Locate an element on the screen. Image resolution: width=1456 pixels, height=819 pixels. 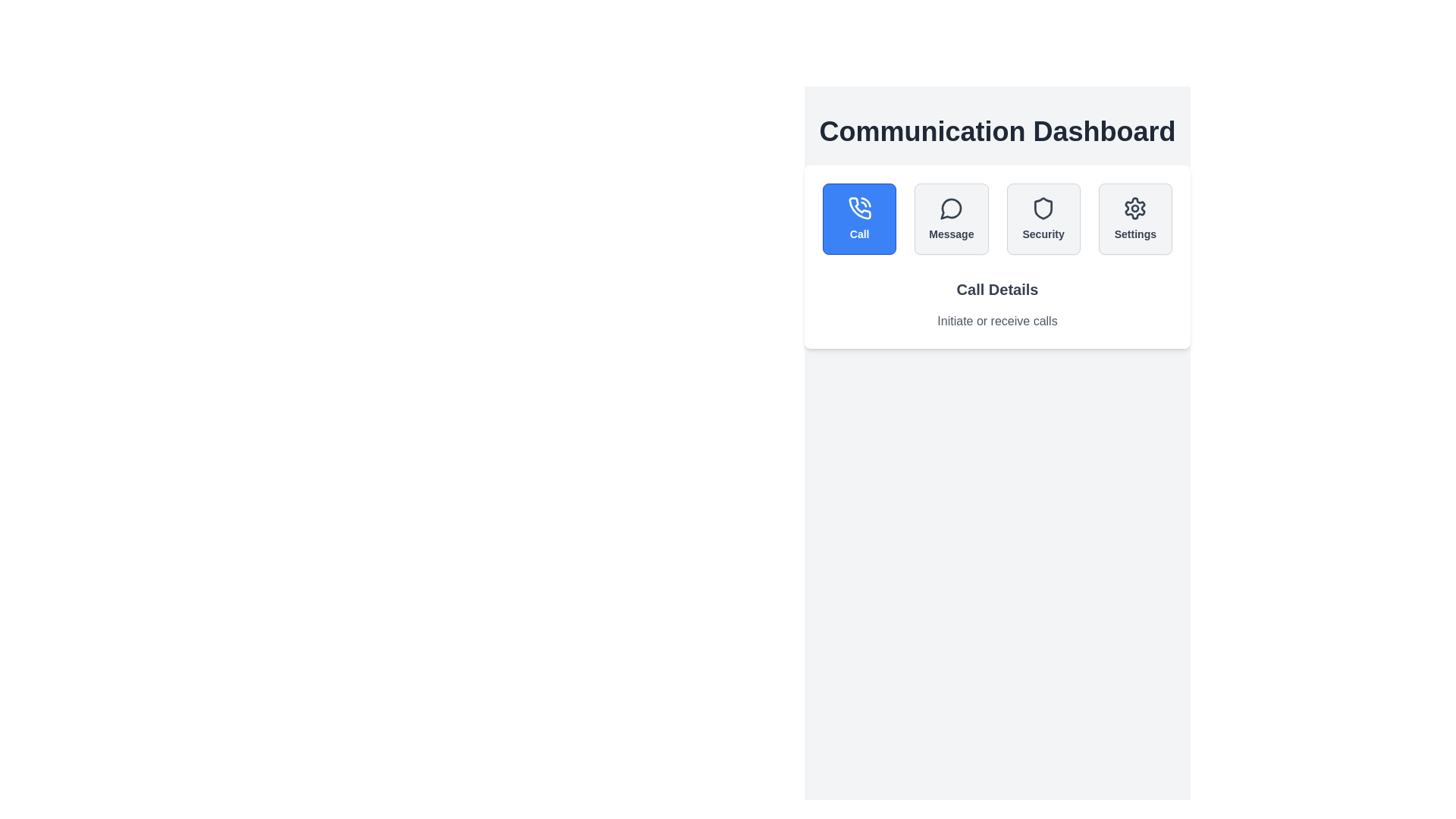
the clickable security-related card, which is the third card in a grid layout is located at coordinates (1043, 219).